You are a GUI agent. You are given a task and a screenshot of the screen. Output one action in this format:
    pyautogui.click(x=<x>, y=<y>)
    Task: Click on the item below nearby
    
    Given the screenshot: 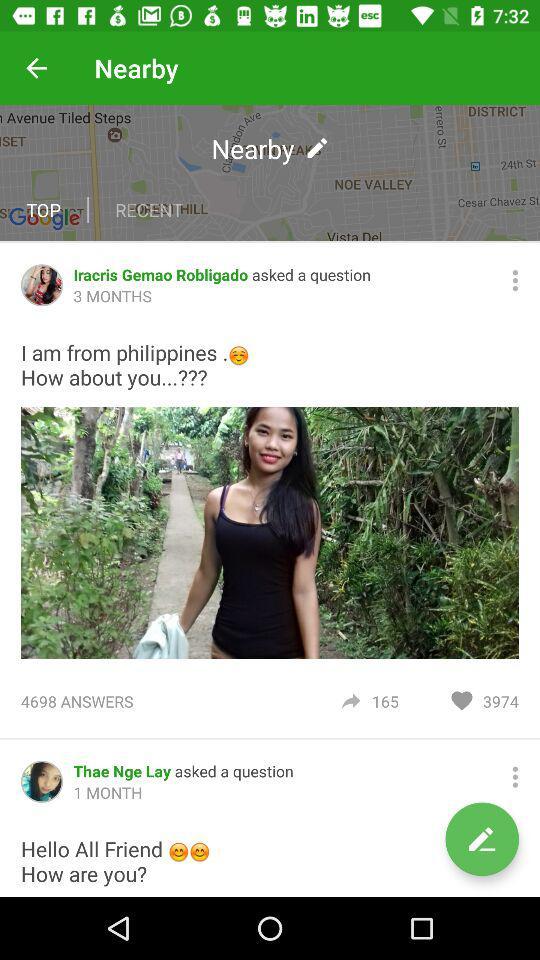 What is the action you would take?
    pyautogui.click(x=148, y=210)
    